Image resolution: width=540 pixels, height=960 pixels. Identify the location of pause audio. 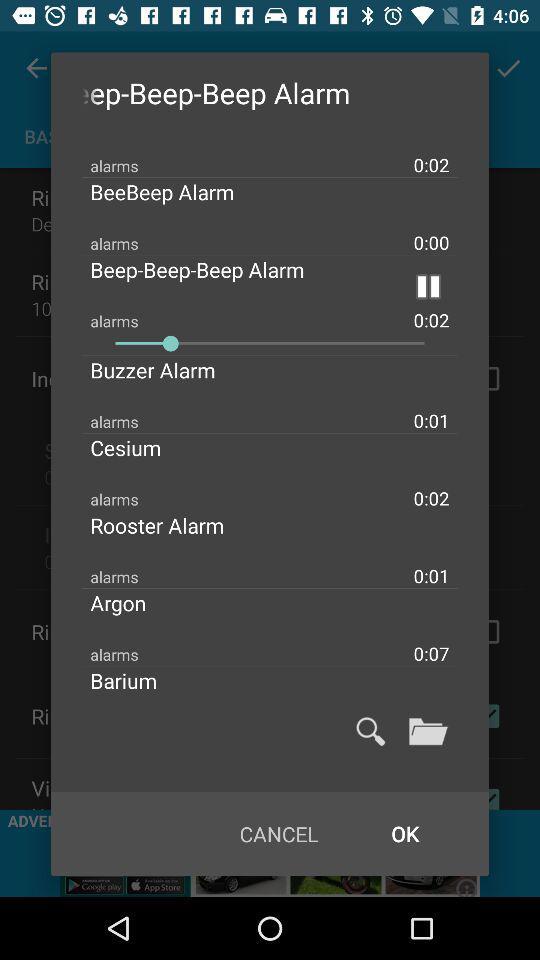
(427, 285).